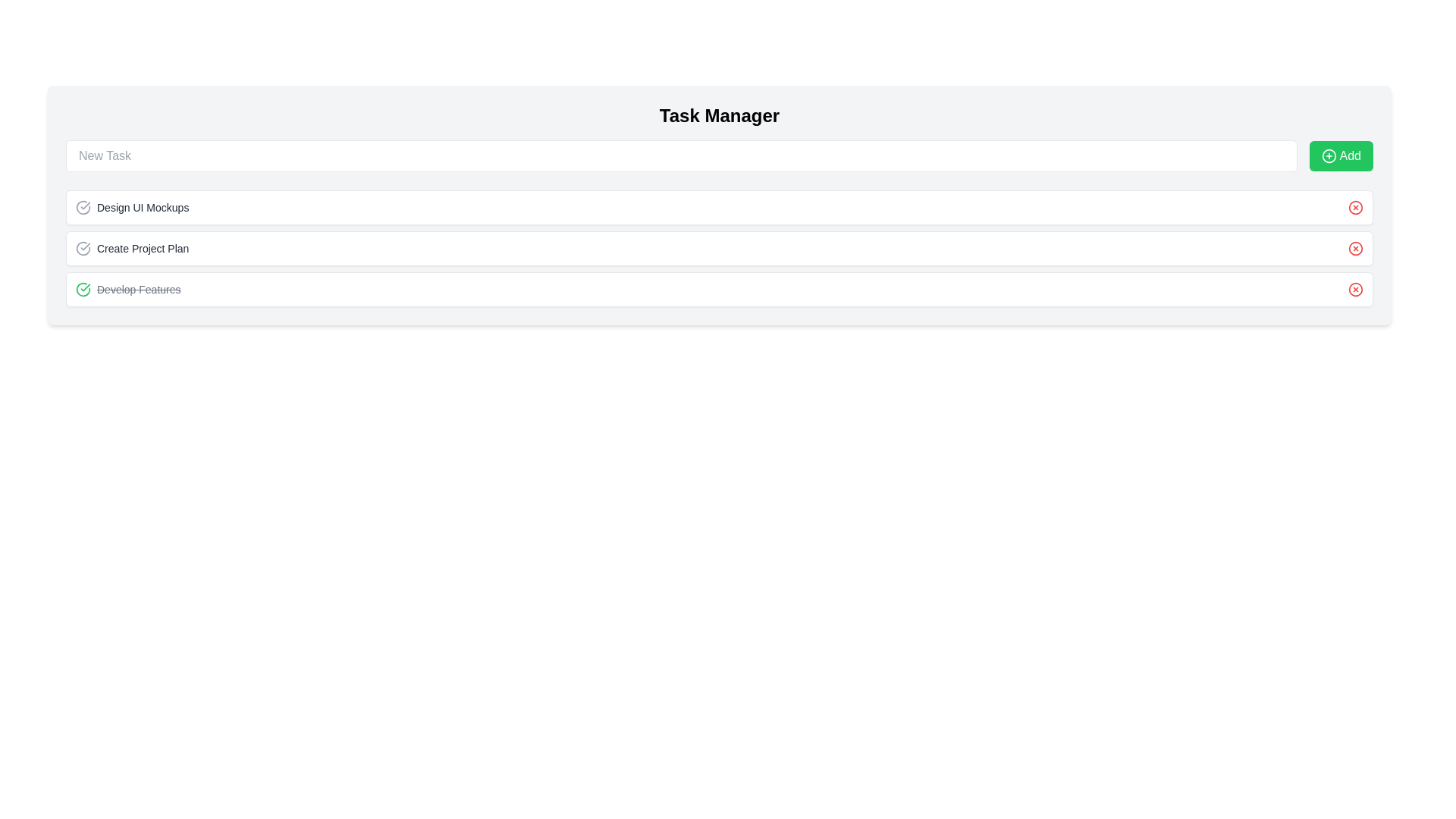 This screenshot has width=1456, height=819. Describe the element at coordinates (1356, 289) in the screenshot. I see `the delete icon button located at the far-right of the 'Develop Features' task entry` at that location.